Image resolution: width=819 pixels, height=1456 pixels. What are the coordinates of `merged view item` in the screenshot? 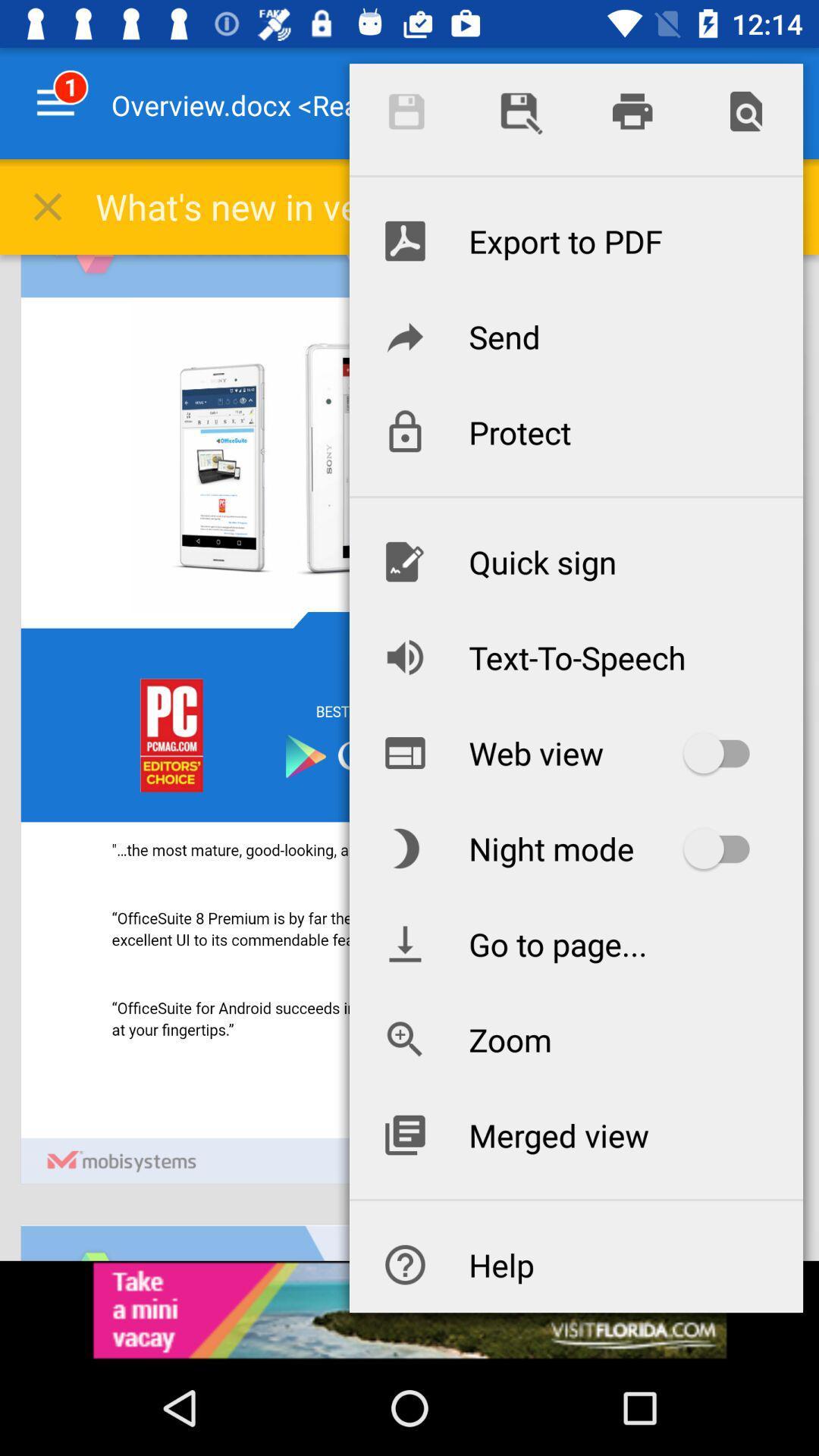 It's located at (576, 1135).